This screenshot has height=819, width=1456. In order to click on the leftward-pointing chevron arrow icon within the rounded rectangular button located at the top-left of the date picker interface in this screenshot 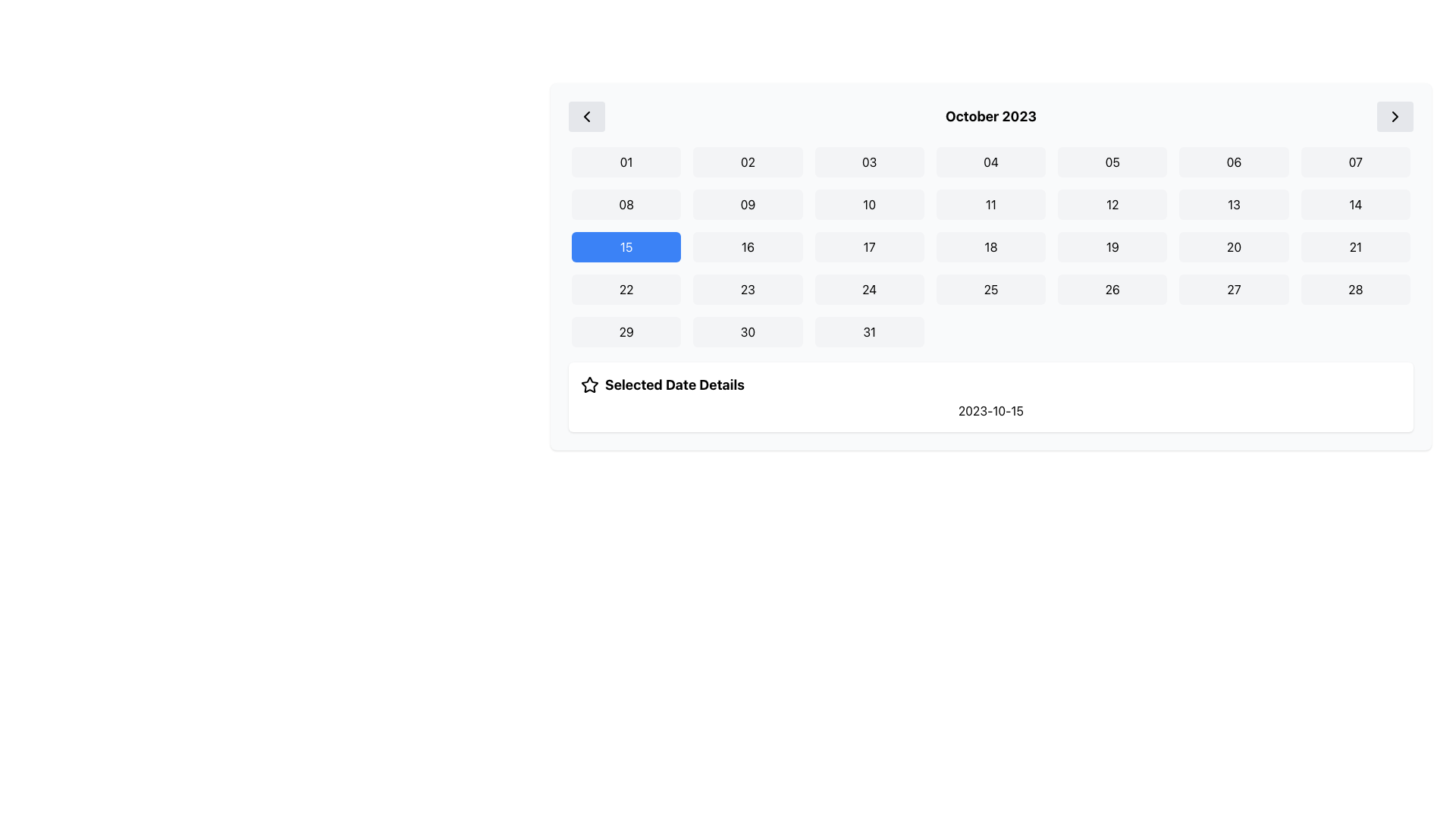, I will do `click(585, 116)`.